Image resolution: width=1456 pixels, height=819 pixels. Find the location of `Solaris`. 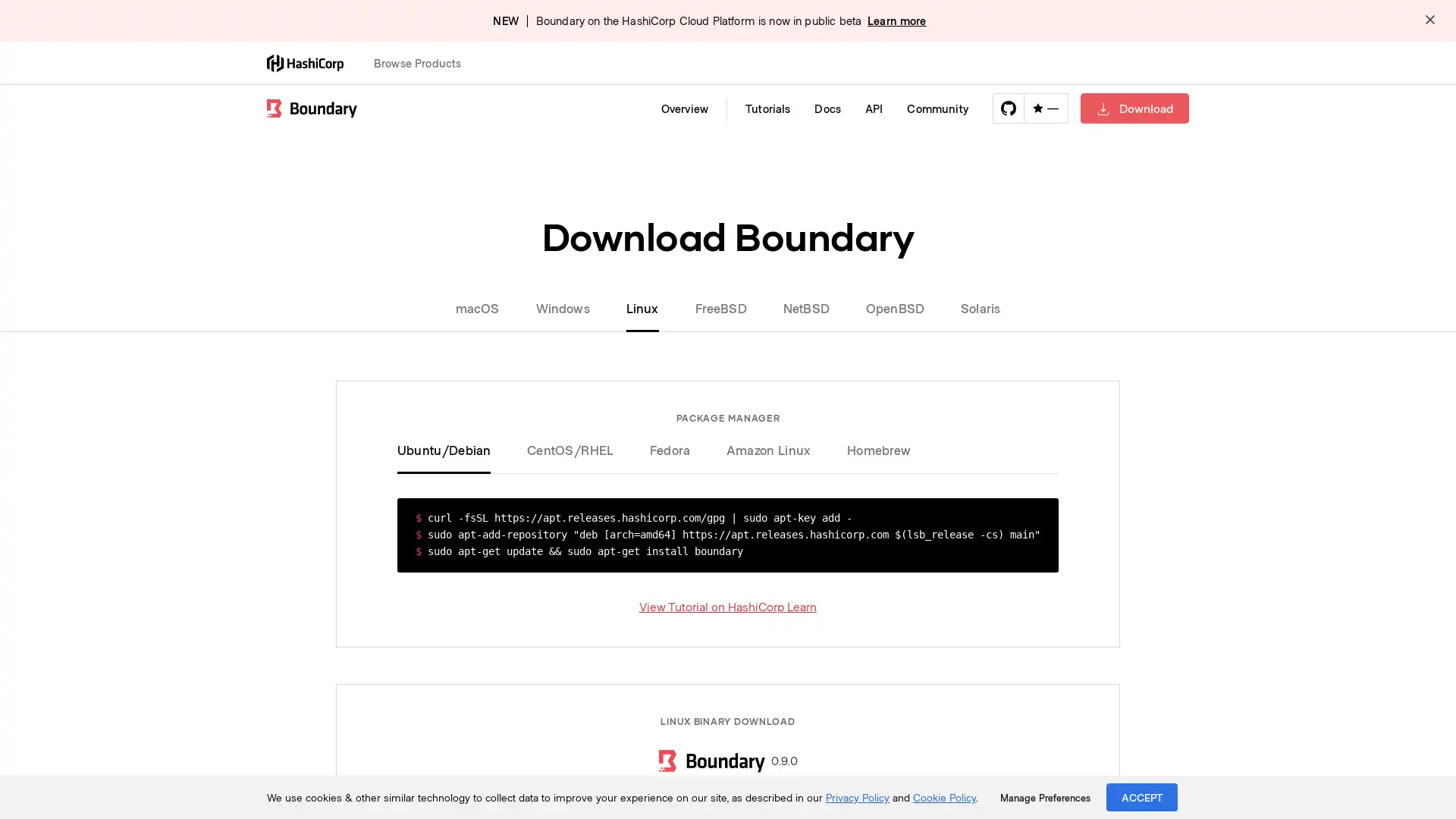

Solaris is located at coordinates (971, 307).